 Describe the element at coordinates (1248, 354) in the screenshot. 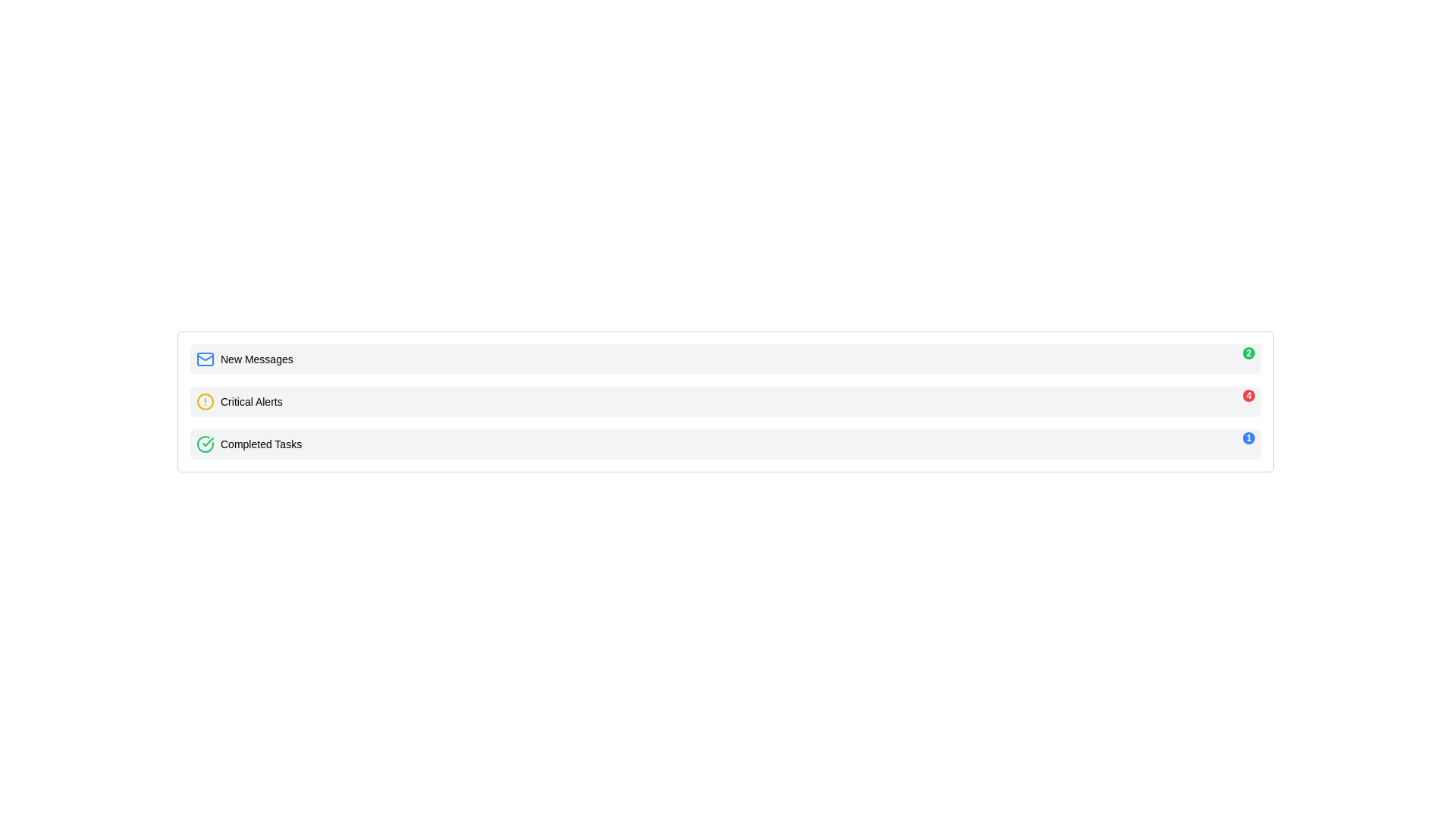

I see `the notification count by clicking on the Notification Badge located at the top-right corner of the 'New Messages' section` at that location.